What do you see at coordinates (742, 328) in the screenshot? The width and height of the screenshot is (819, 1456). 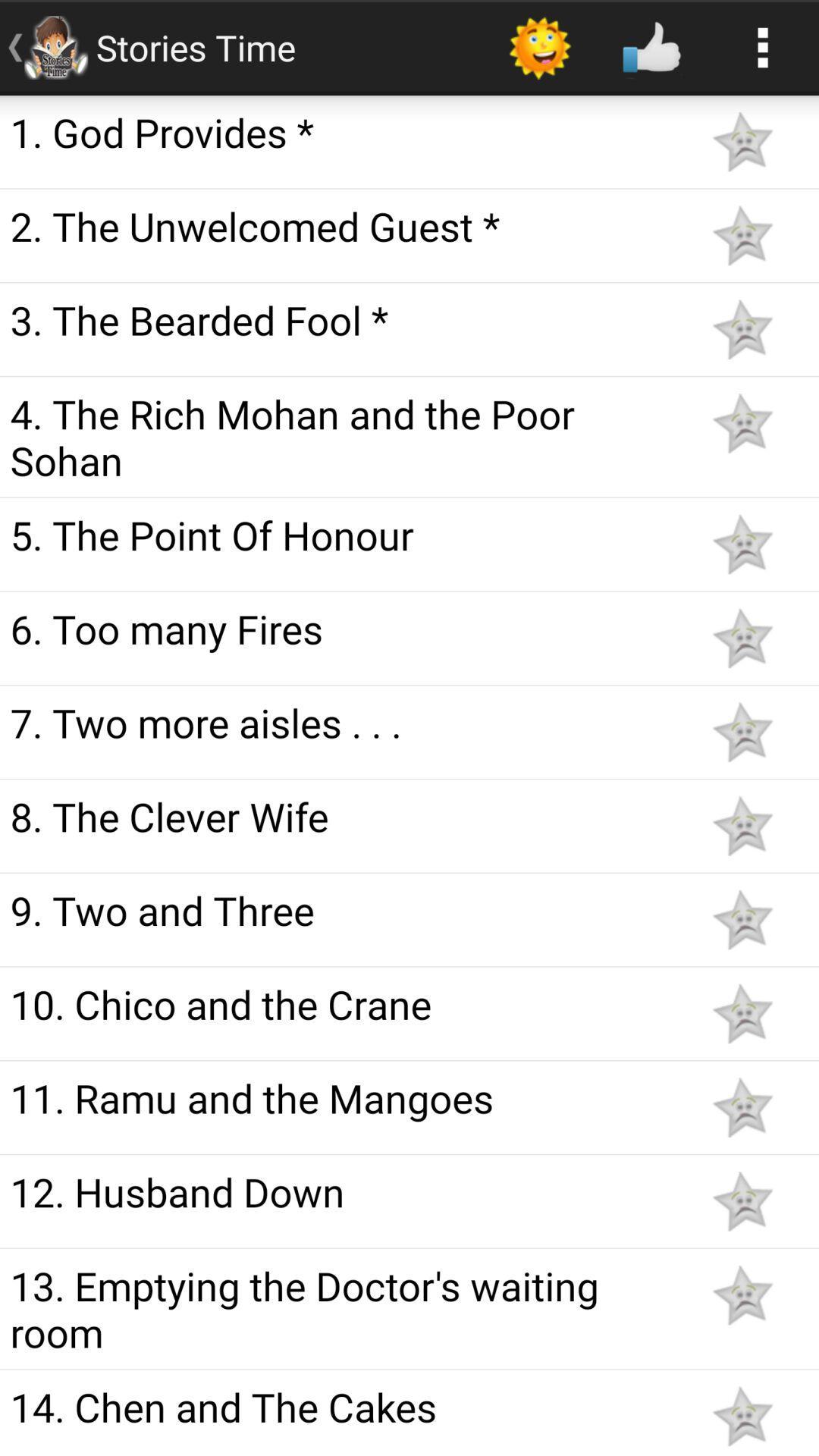 I see `favorite` at bounding box center [742, 328].